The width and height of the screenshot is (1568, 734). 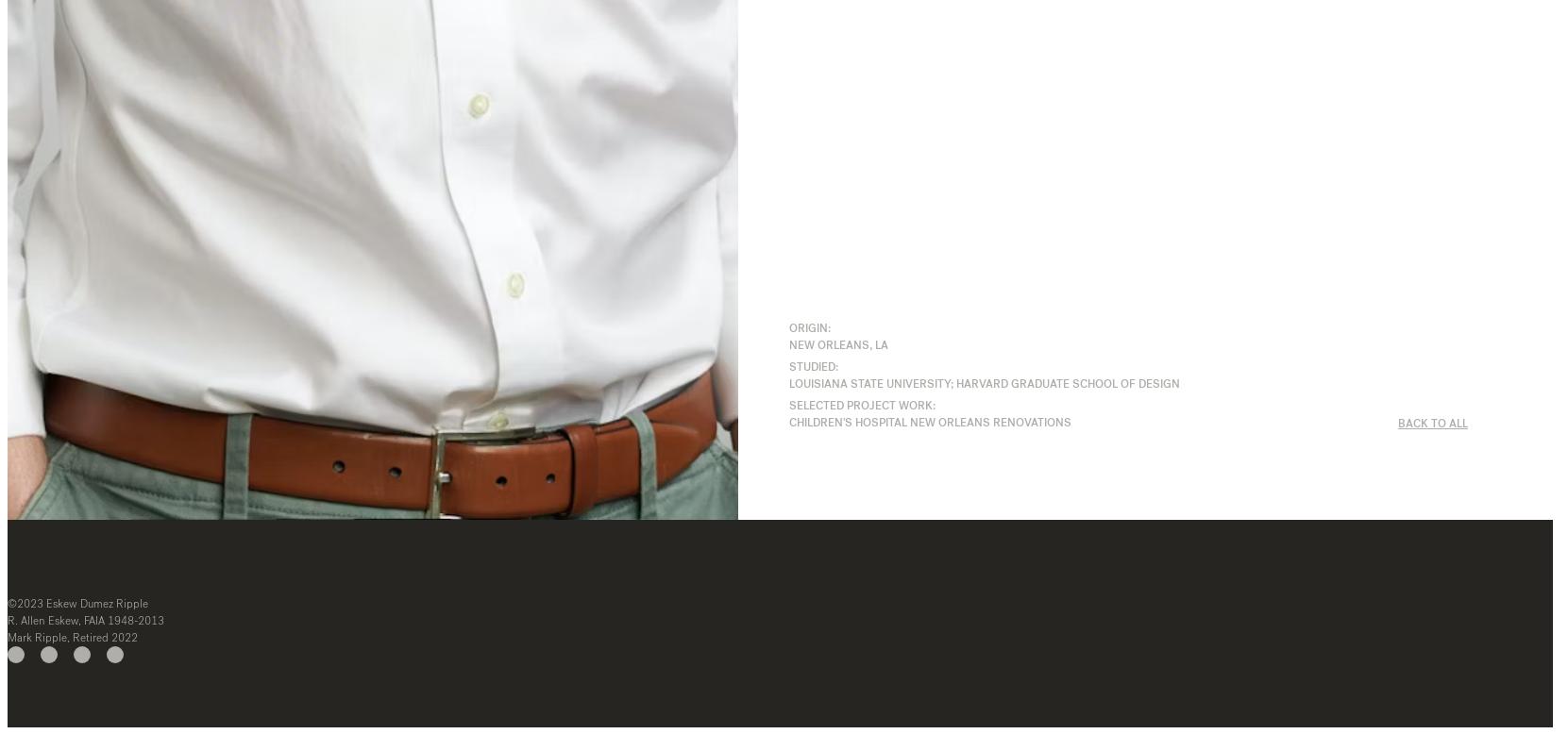 I want to click on 'Louisiana State University; Harvard Graduate School of Design', so click(x=983, y=383).